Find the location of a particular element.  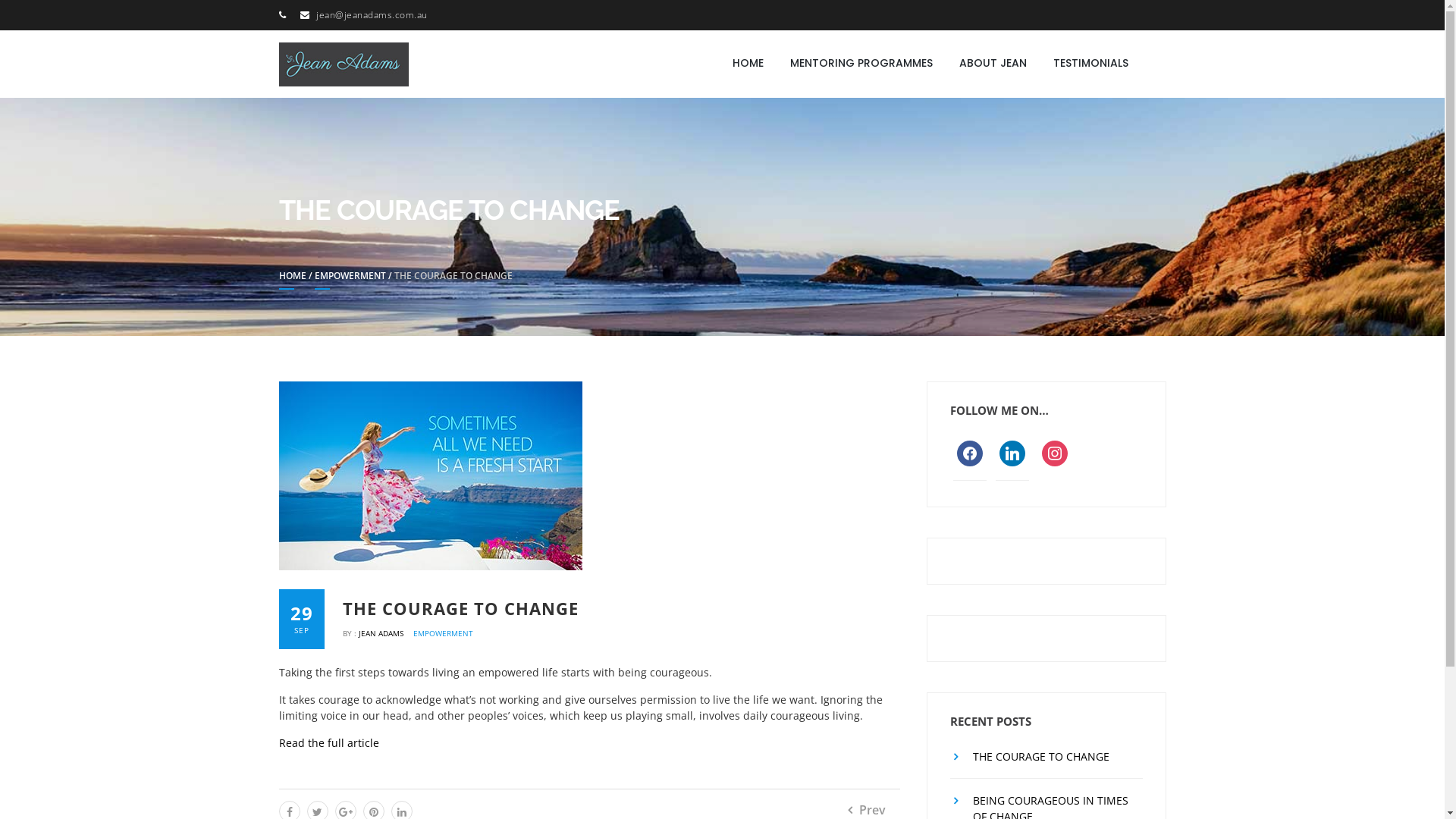

'HOME' is located at coordinates (292, 279).